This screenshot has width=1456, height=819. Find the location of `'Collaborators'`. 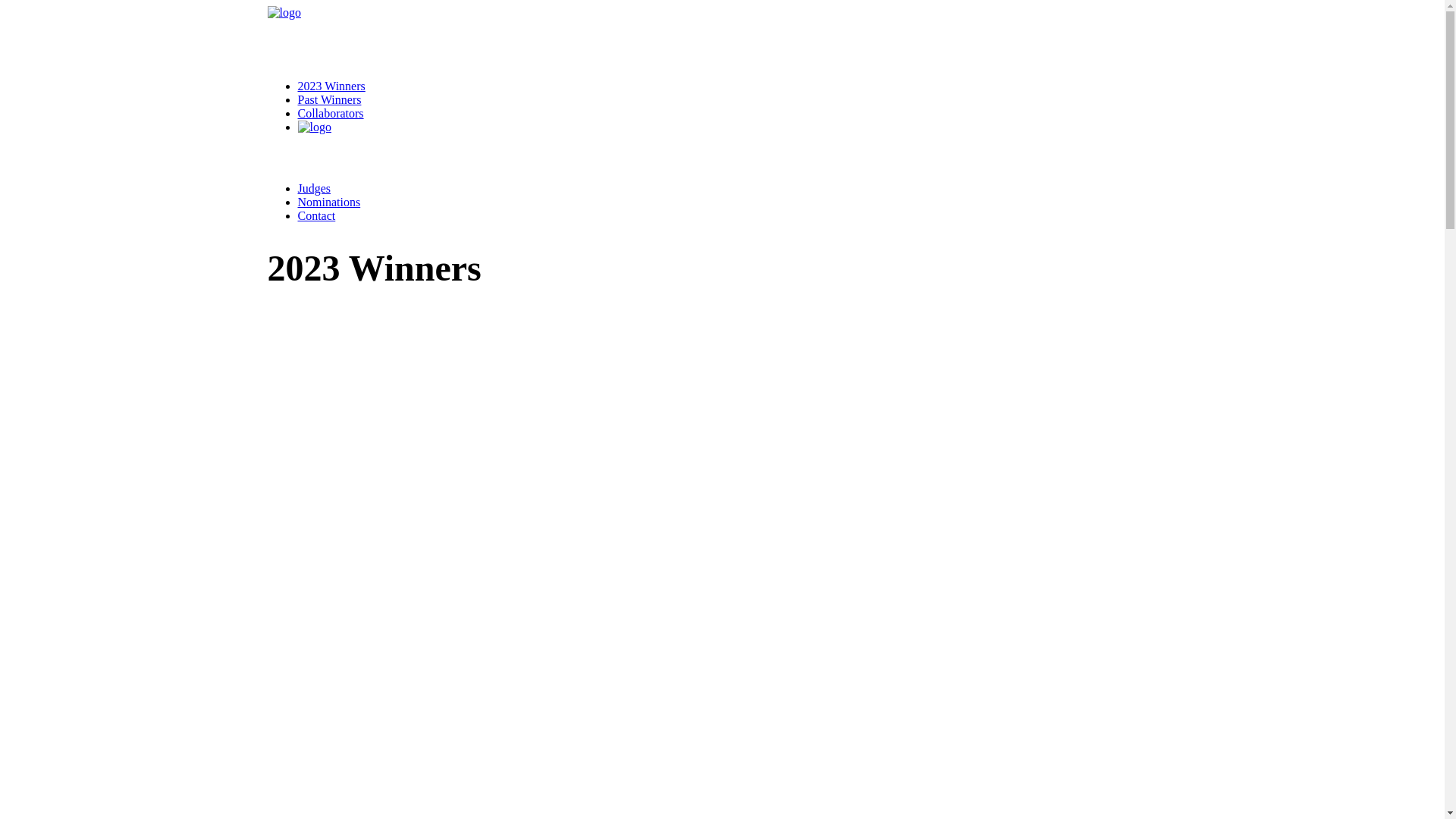

'Collaborators' is located at coordinates (329, 112).